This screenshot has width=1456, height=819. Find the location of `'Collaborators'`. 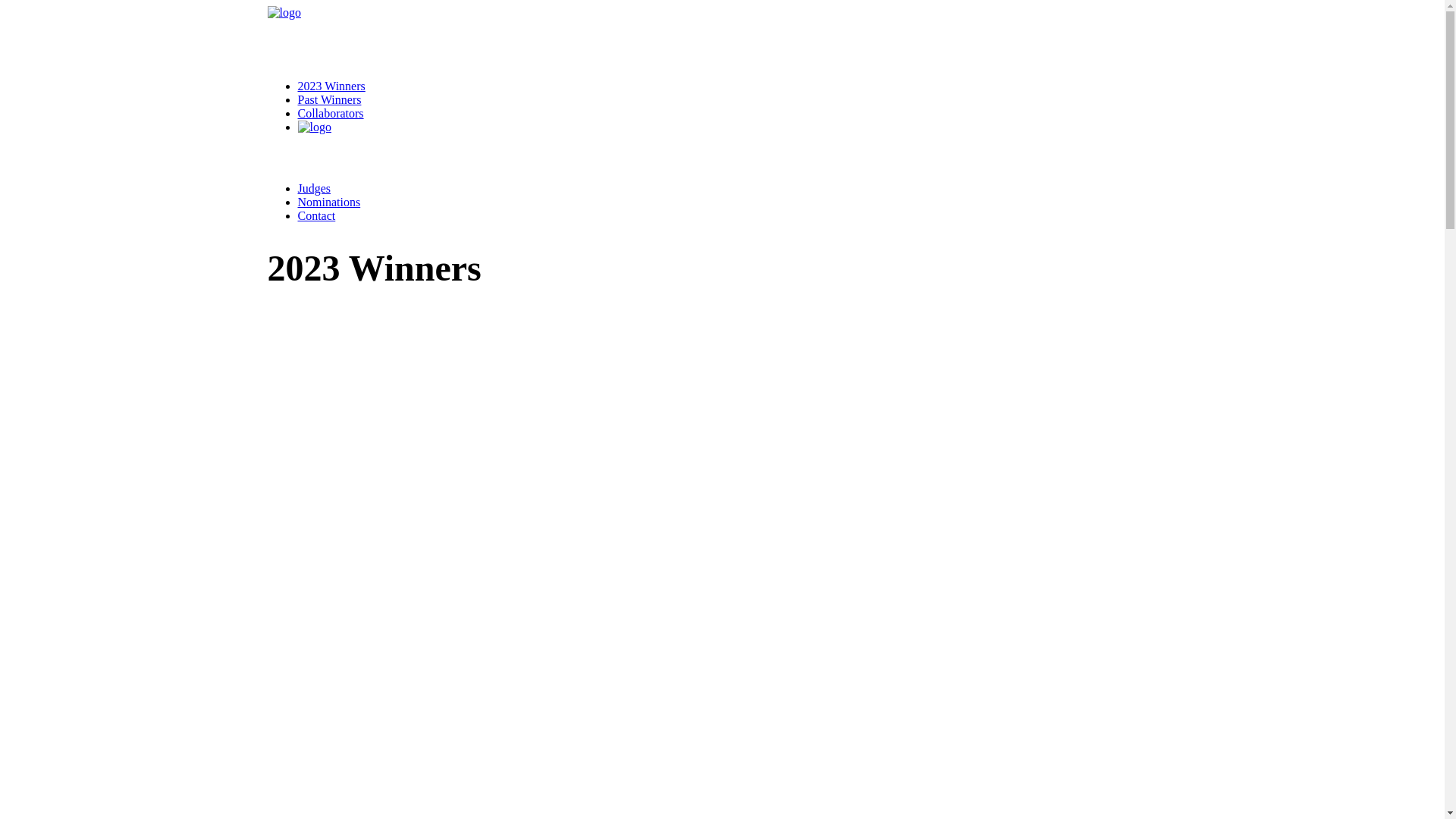

'Collaborators' is located at coordinates (329, 112).